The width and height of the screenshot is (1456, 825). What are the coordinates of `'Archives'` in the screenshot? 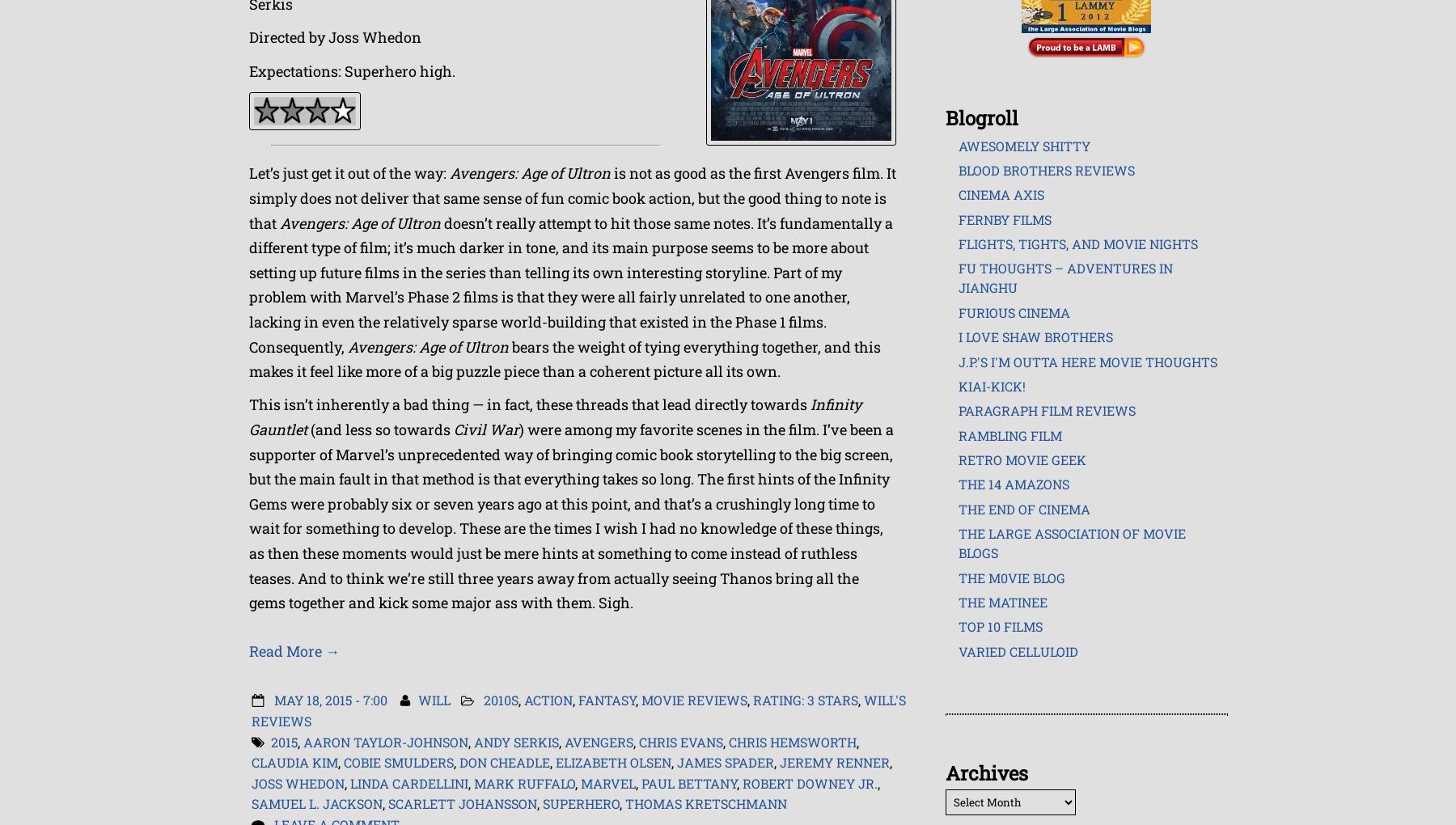 It's located at (984, 772).